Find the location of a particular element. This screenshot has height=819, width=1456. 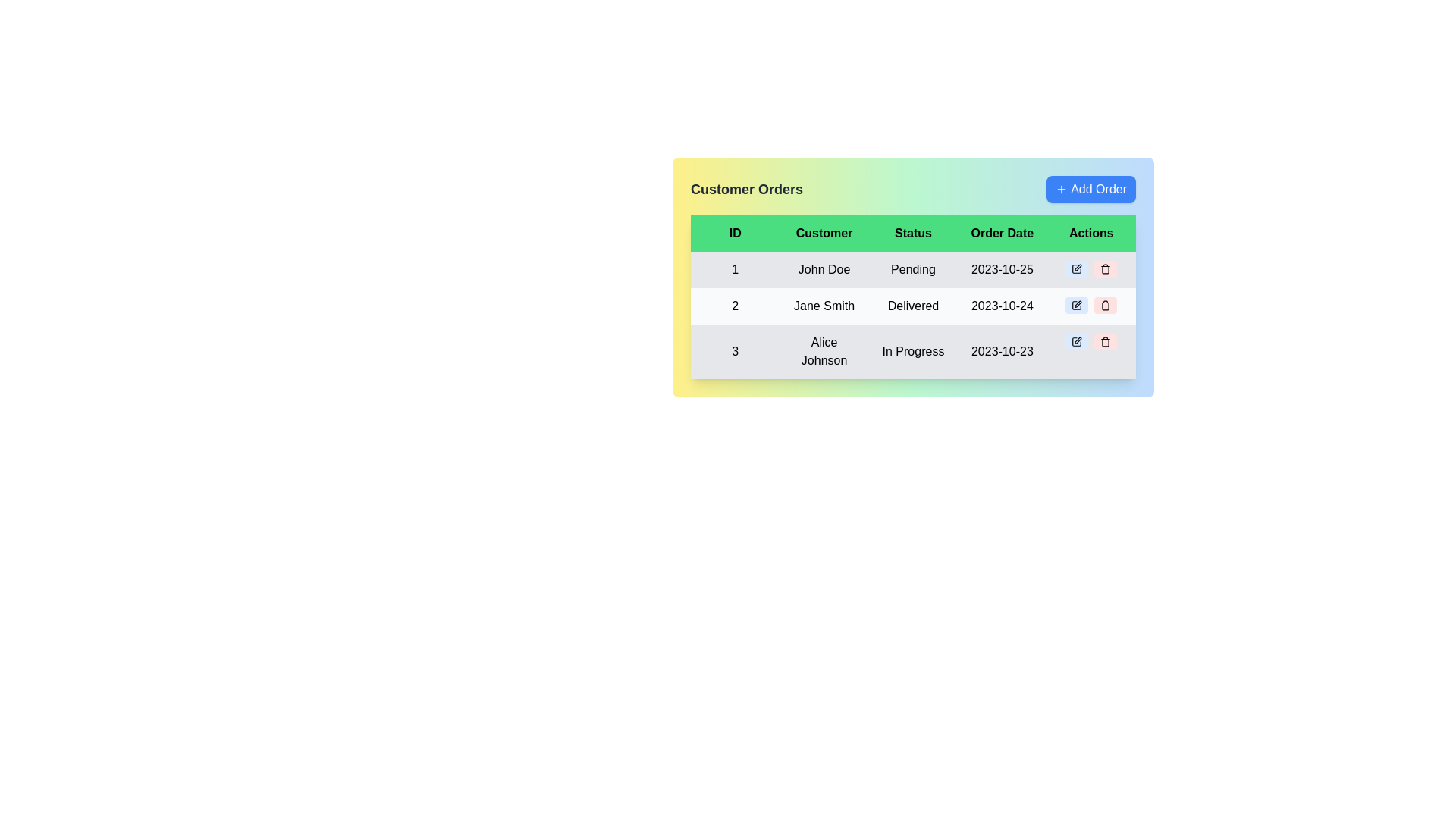

the edit icon (pen) located in the Actions column of the table for the first row corresponding to 'John Doe' is located at coordinates (1076, 268).